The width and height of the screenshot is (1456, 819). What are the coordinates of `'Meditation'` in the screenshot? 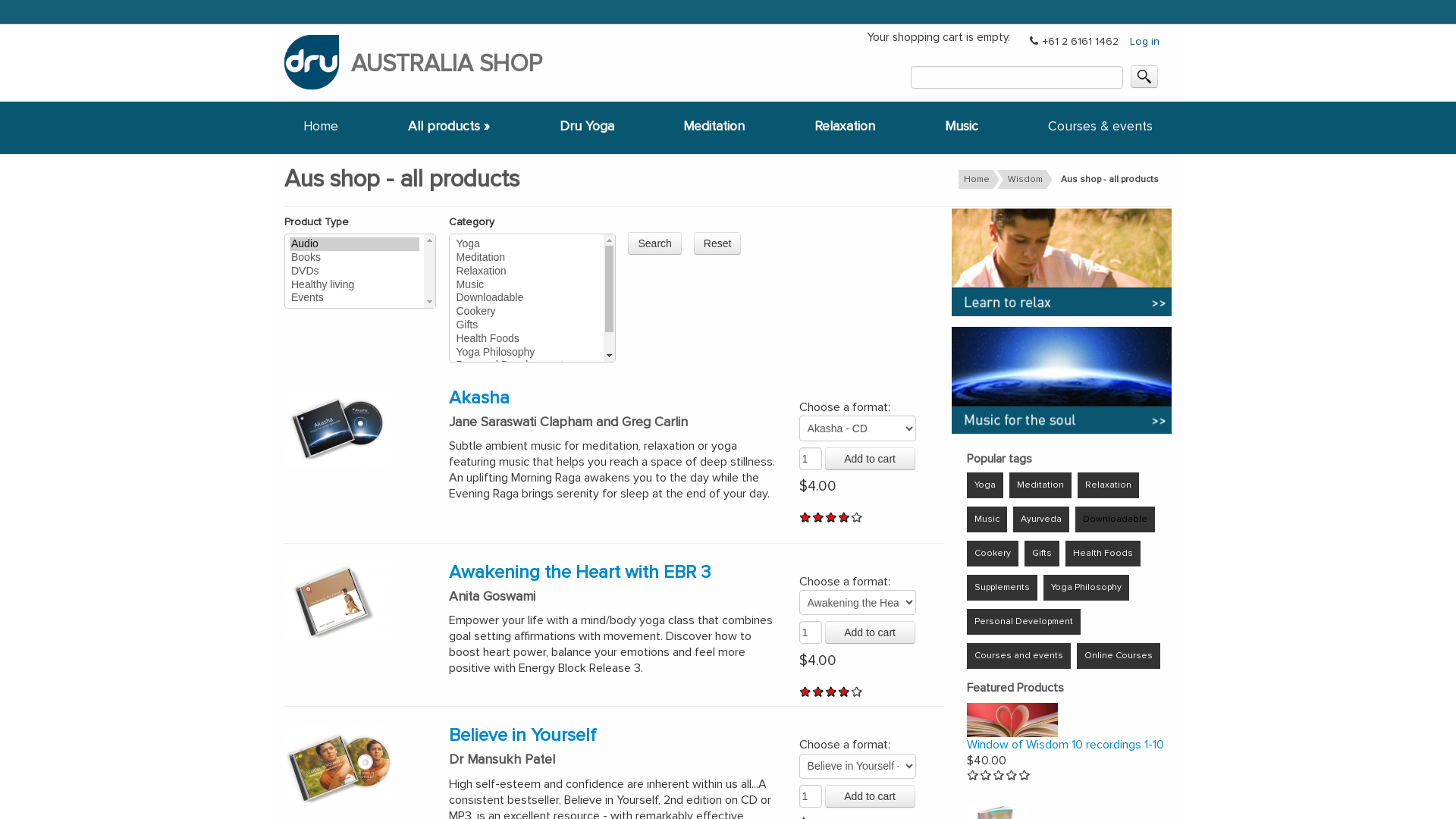 It's located at (1040, 485).